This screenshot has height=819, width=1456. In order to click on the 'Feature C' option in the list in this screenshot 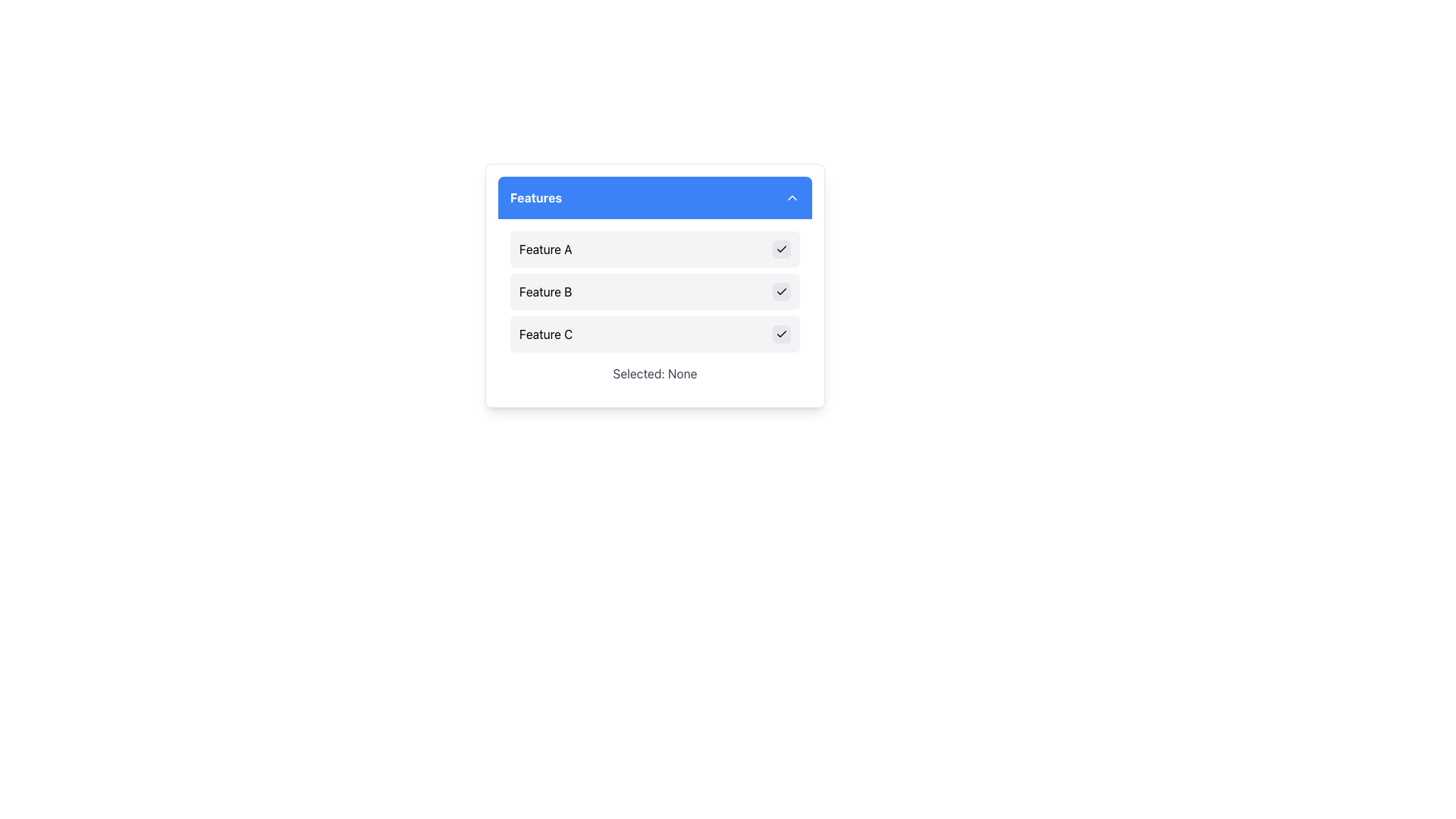, I will do `click(655, 333)`.